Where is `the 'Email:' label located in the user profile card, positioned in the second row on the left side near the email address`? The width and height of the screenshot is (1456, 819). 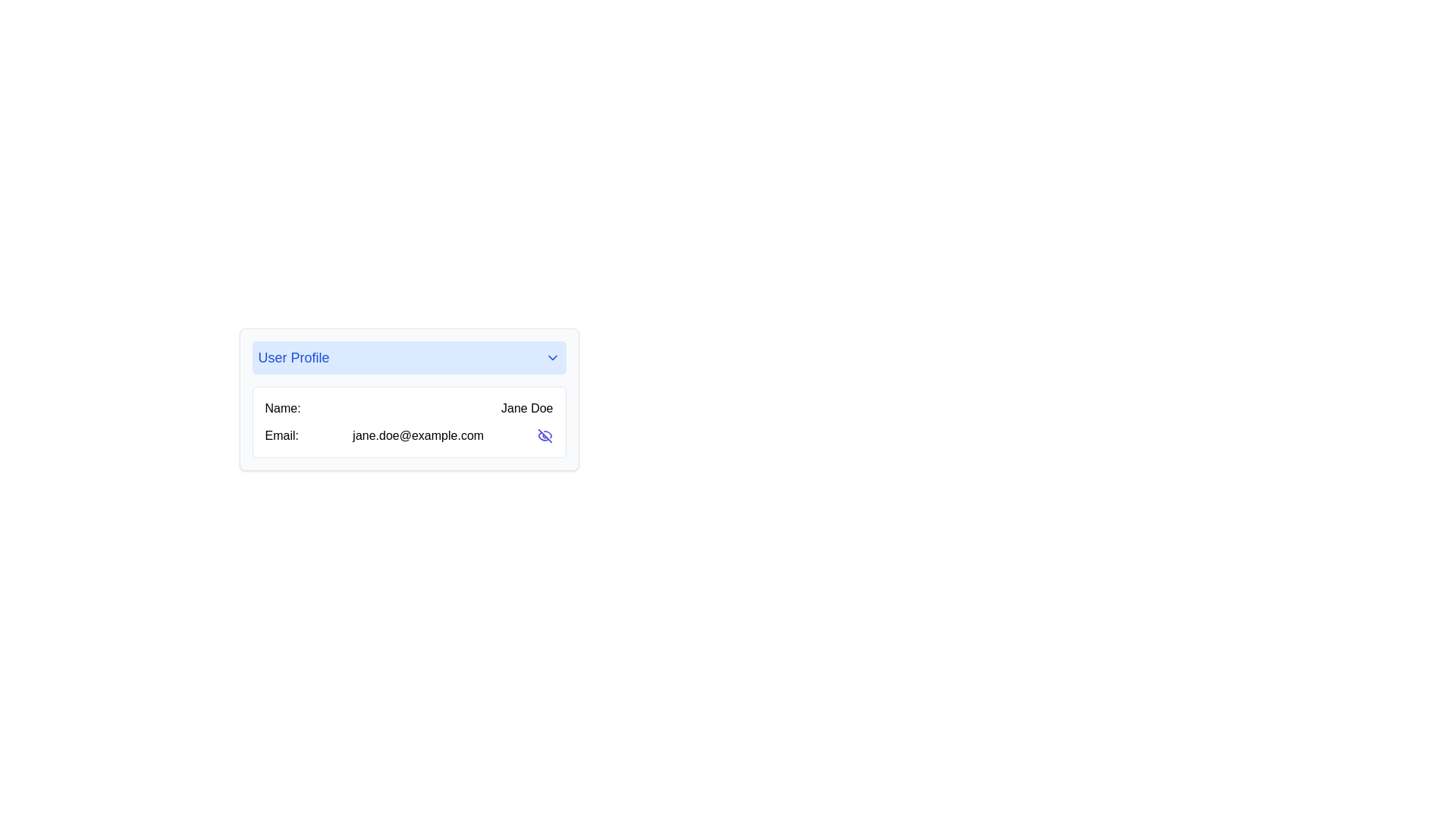
the 'Email:' label located in the user profile card, positioned in the second row on the left side near the email address is located at coordinates (281, 435).